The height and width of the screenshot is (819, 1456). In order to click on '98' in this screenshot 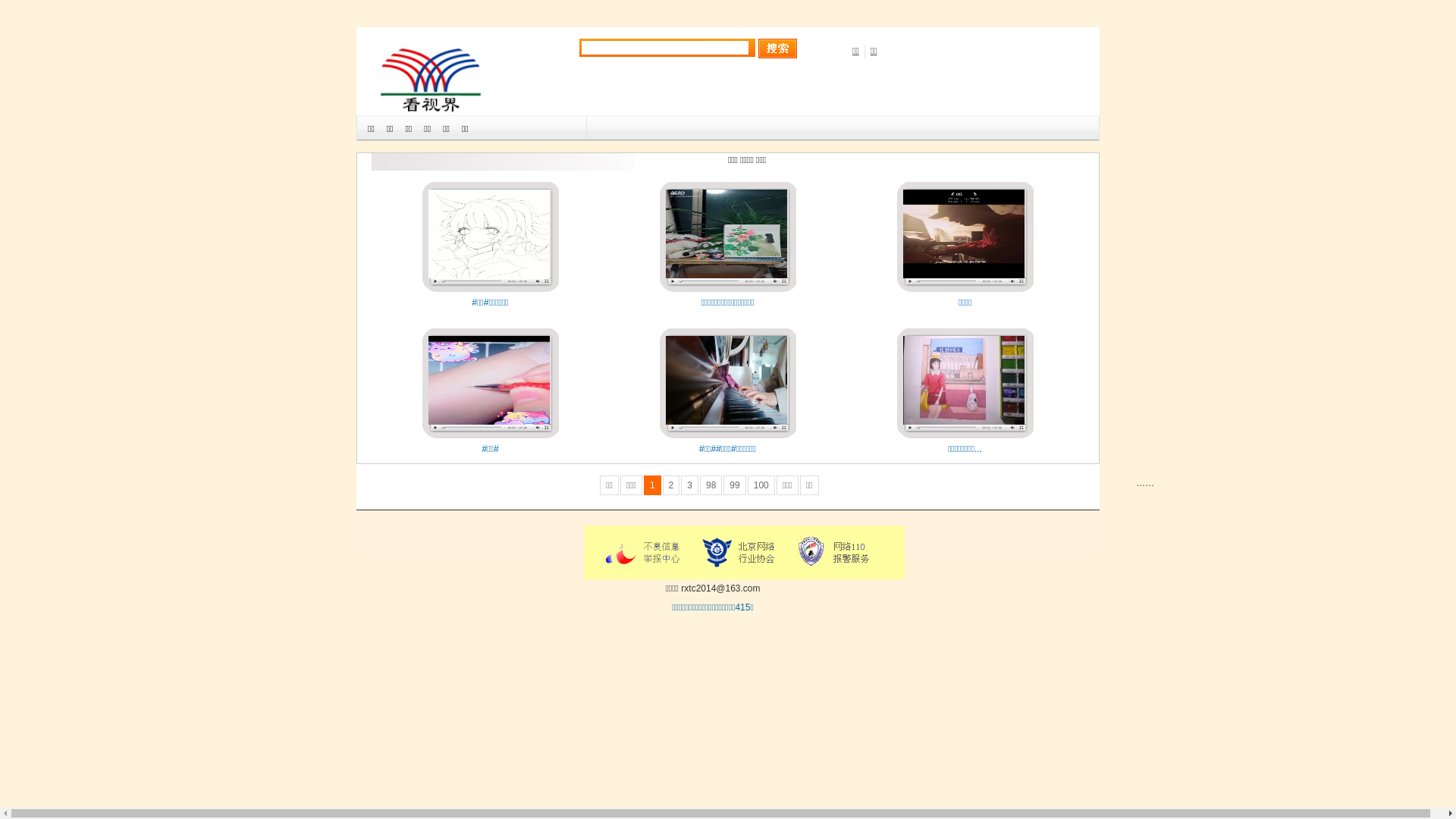, I will do `click(710, 485)`.